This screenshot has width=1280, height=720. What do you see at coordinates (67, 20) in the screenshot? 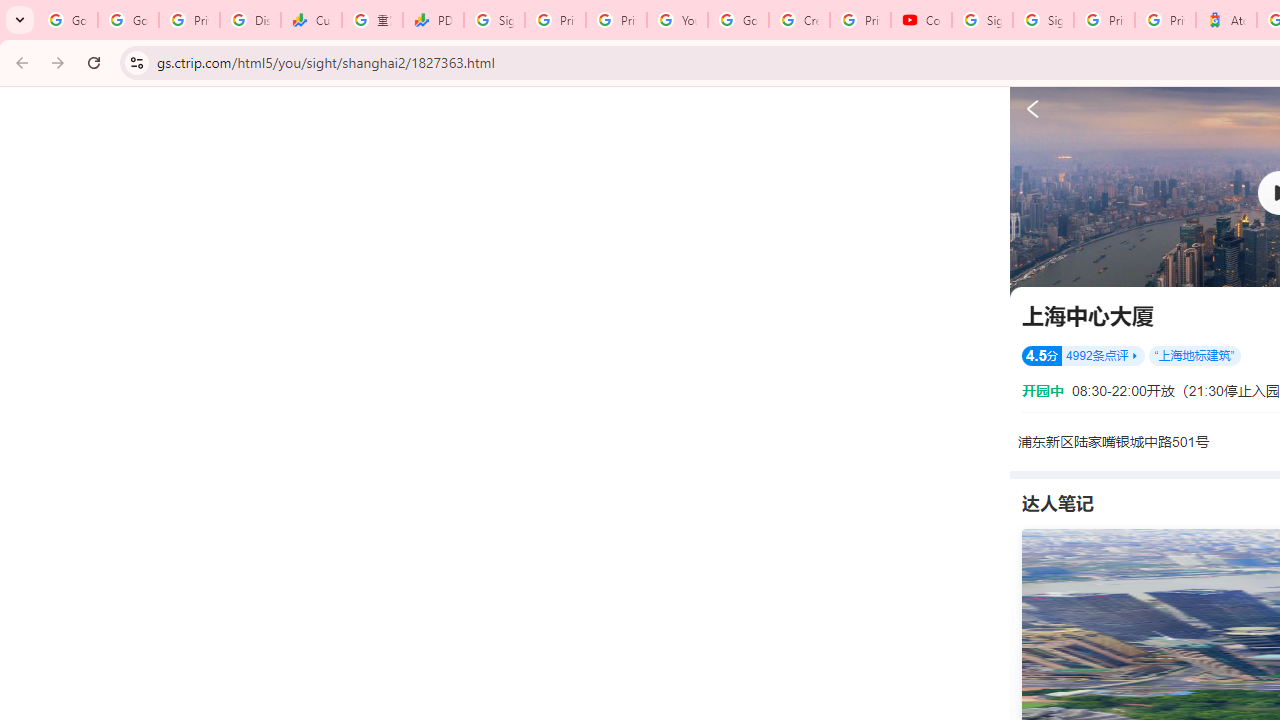
I see `'Google Workspace Admin Community'` at bounding box center [67, 20].